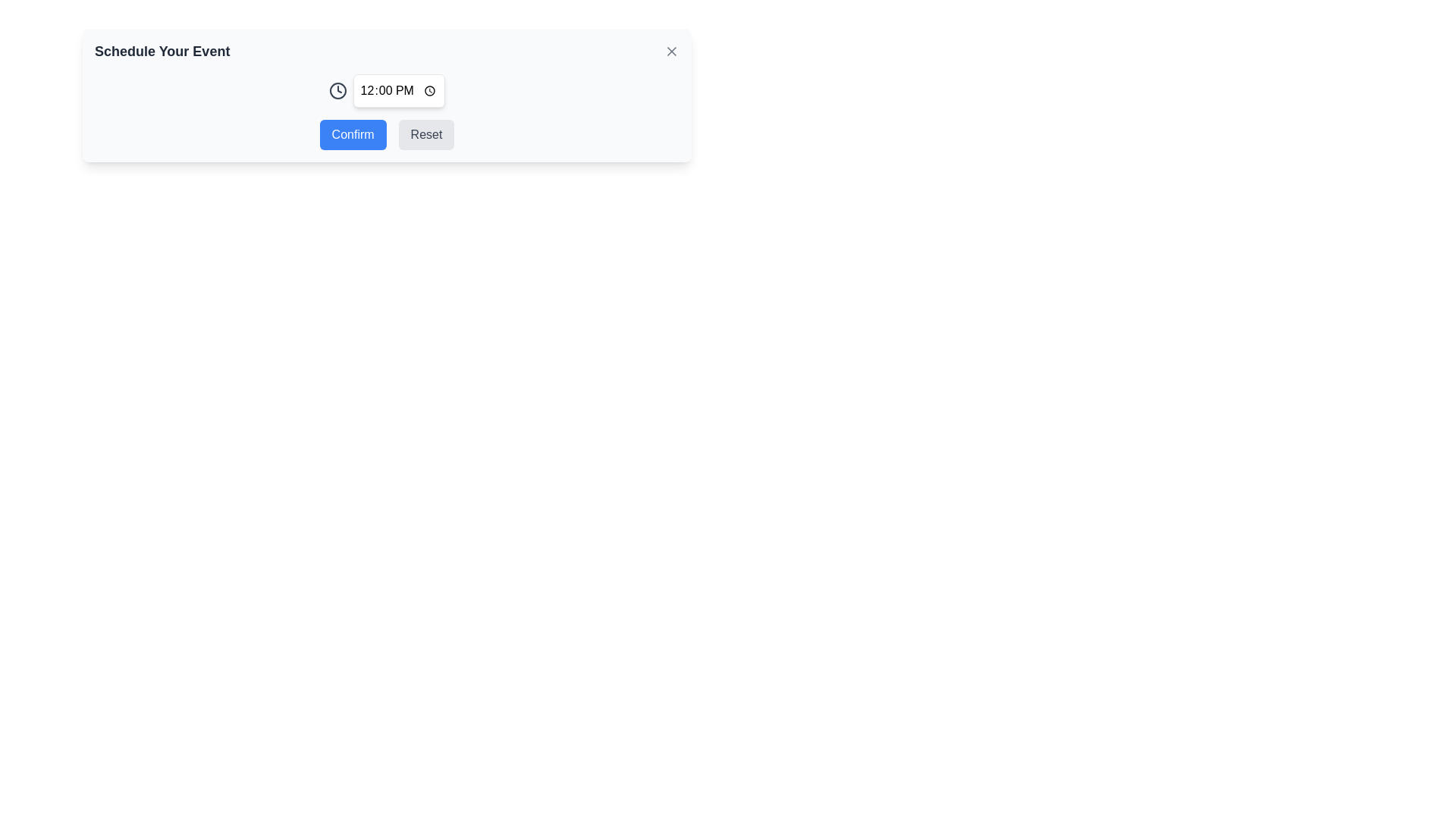 Image resolution: width=1456 pixels, height=819 pixels. Describe the element at coordinates (671, 51) in the screenshot. I see `the close or cancel icon located in the top-right corner of the 'Schedule Your Event' card layout` at that location.